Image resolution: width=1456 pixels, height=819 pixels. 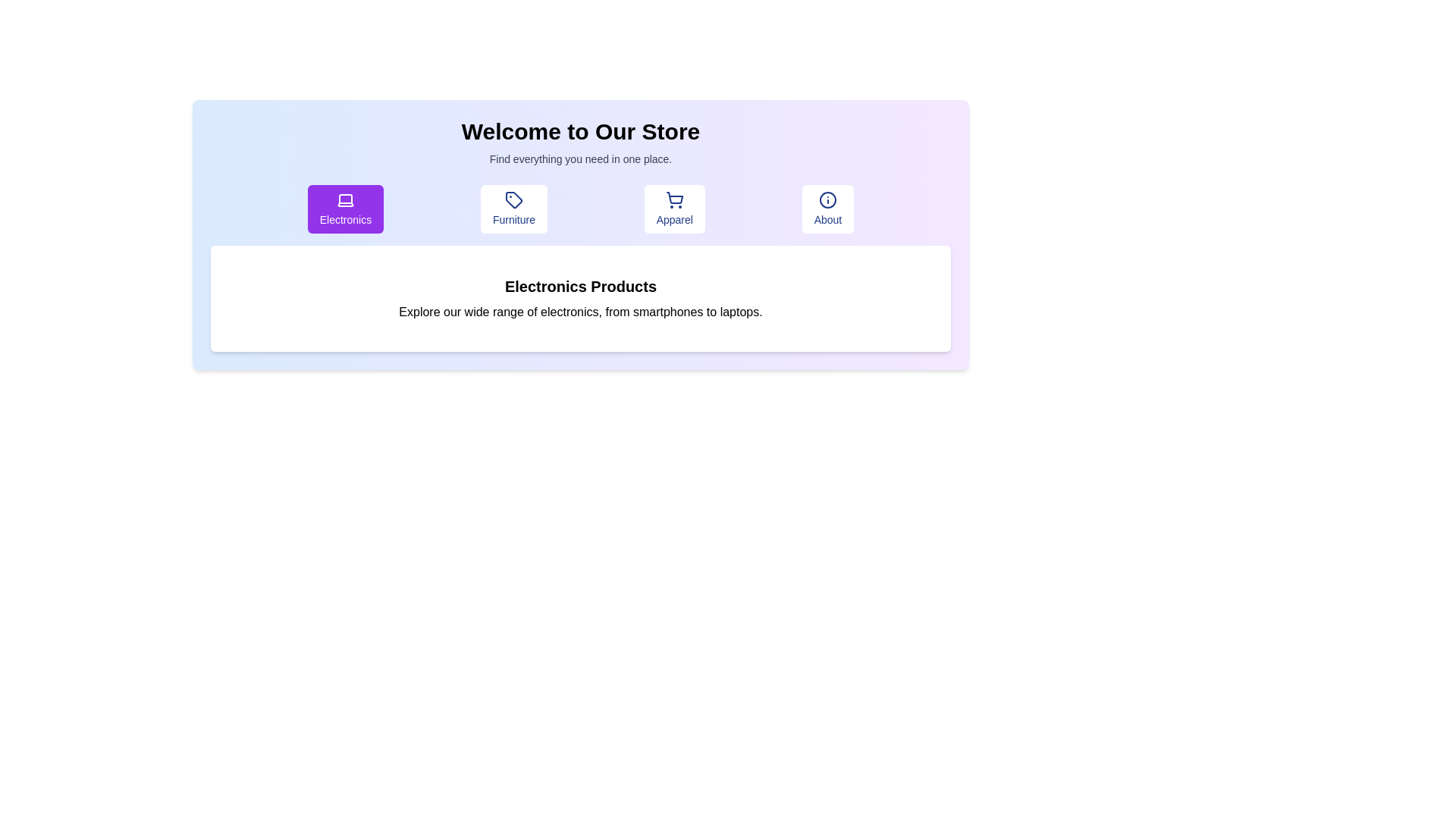 I want to click on the icon representing the 'Electronics' category, which is centered within the first purple button labeled 'Electronics' at the top row of options, so click(x=345, y=199).